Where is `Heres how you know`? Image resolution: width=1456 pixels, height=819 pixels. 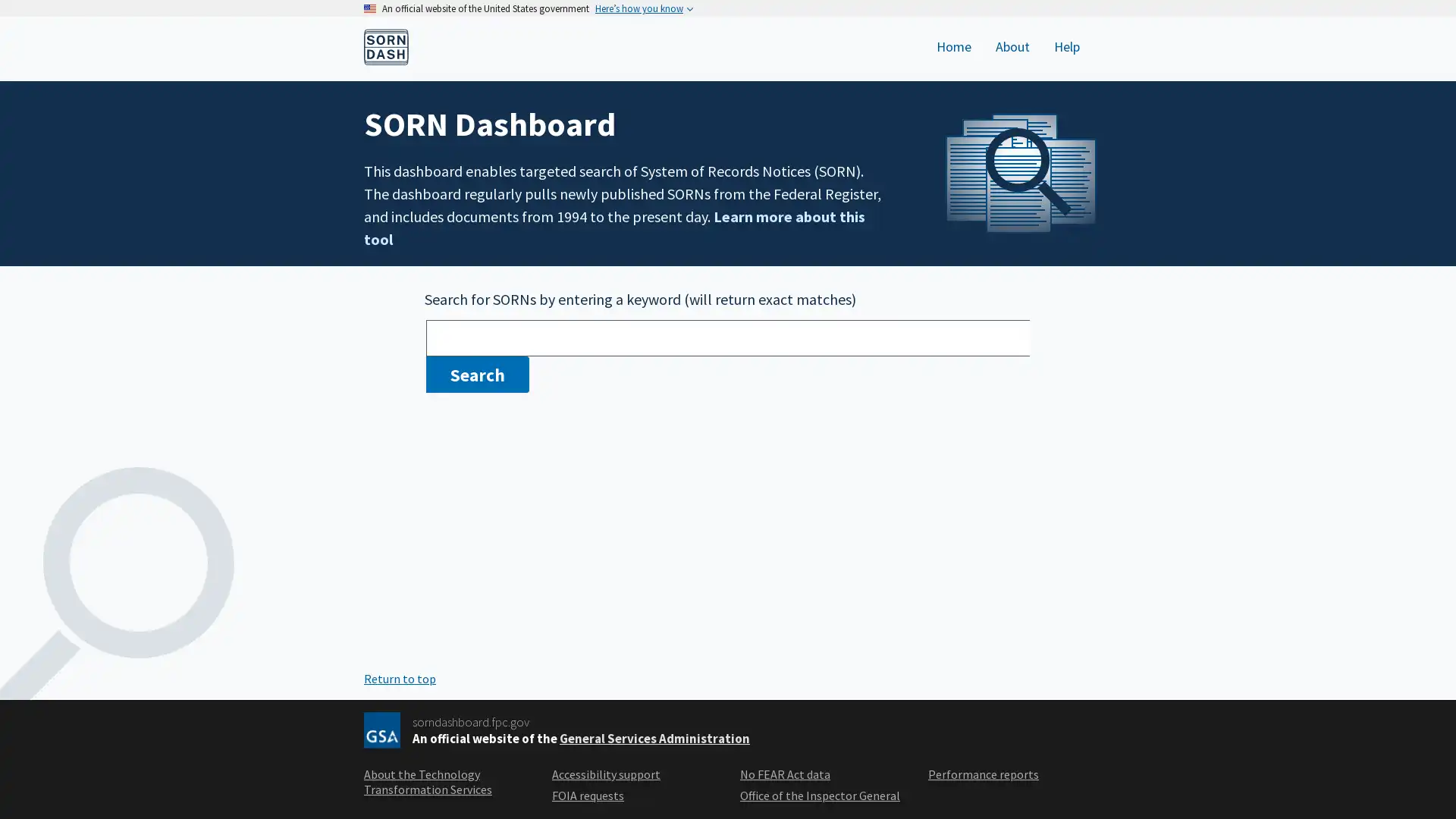 Heres how you know is located at coordinates (644, 8).